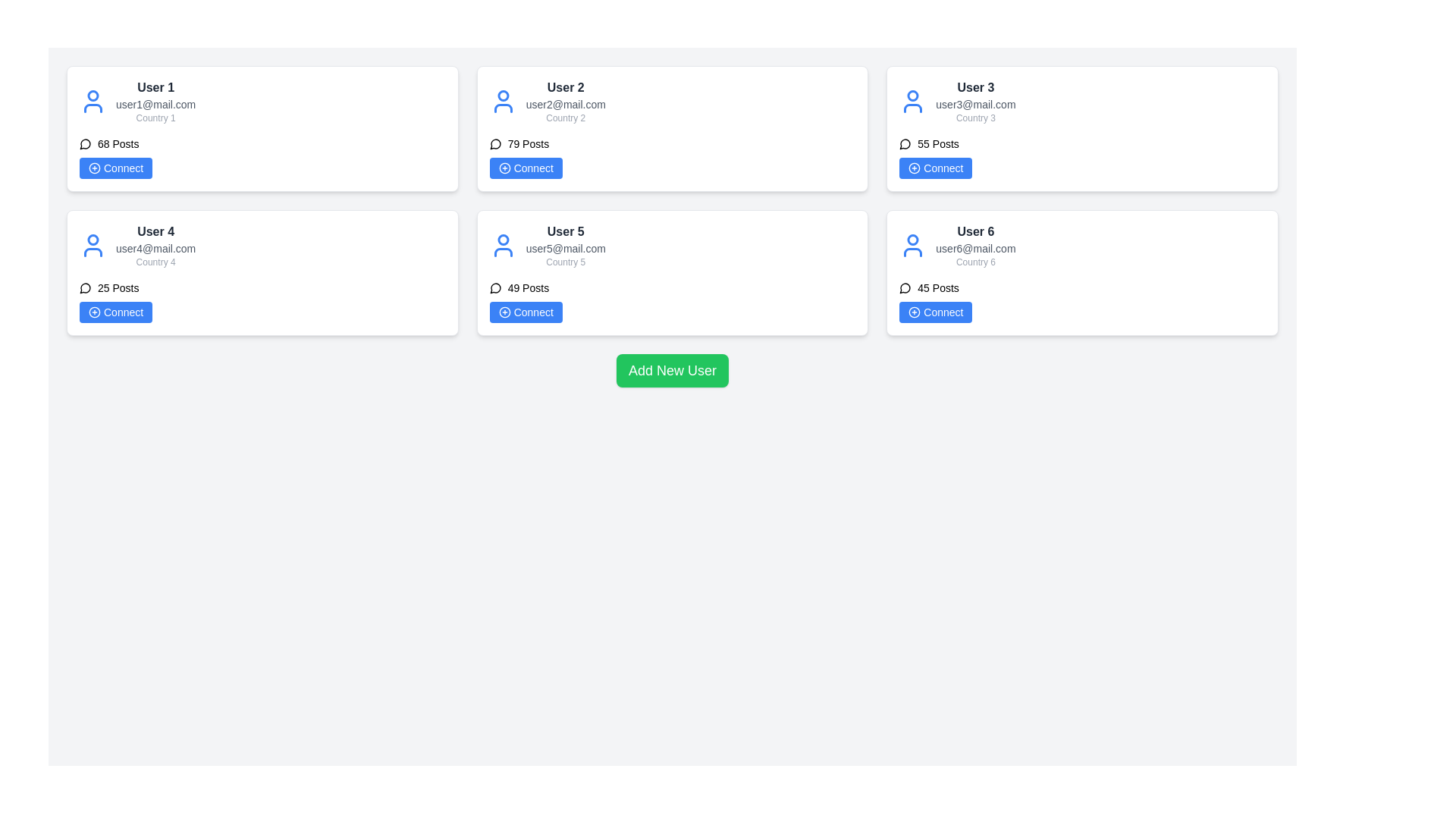 The height and width of the screenshot is (819, 1456). I want to click on the speech bubble icon located in the user card for 'User 2', positioned to the left of the '79 Posts' text, so click(495, 144).